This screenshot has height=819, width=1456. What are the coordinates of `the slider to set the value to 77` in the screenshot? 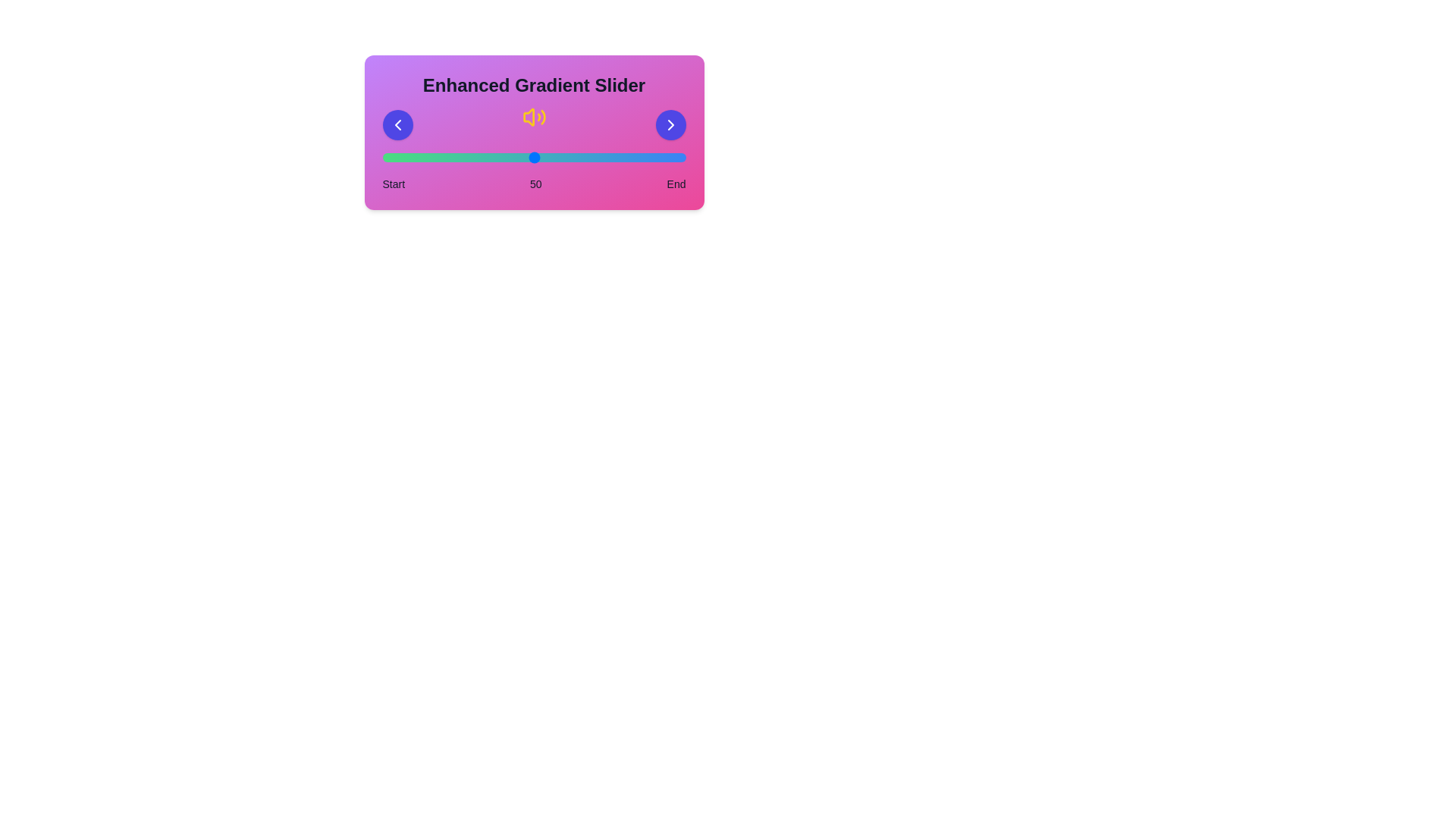 It's located at (616, 158).